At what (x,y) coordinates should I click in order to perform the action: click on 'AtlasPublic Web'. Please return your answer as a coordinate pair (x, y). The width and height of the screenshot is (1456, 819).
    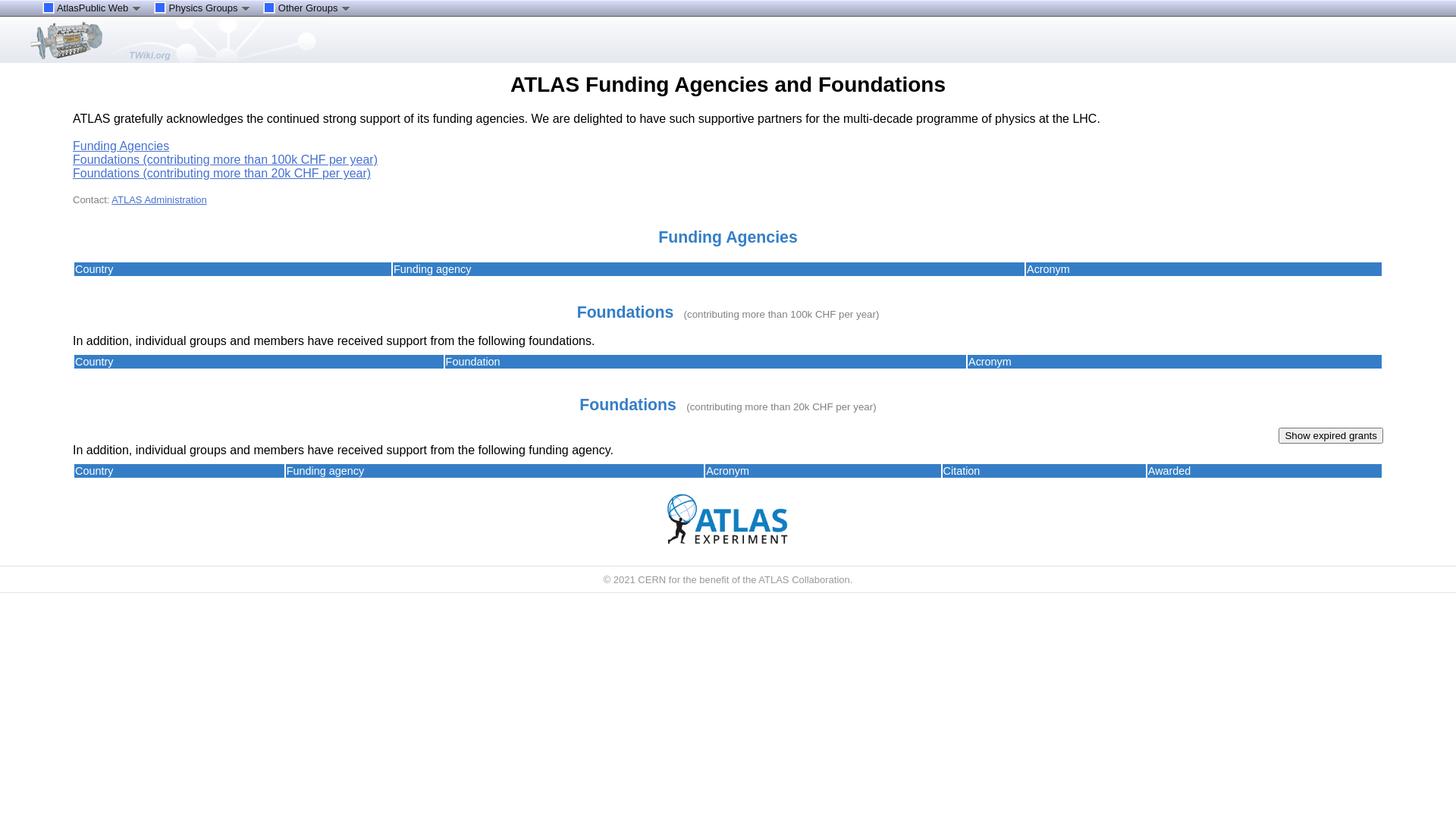
    Looking at the image, I should click on (36, 8).